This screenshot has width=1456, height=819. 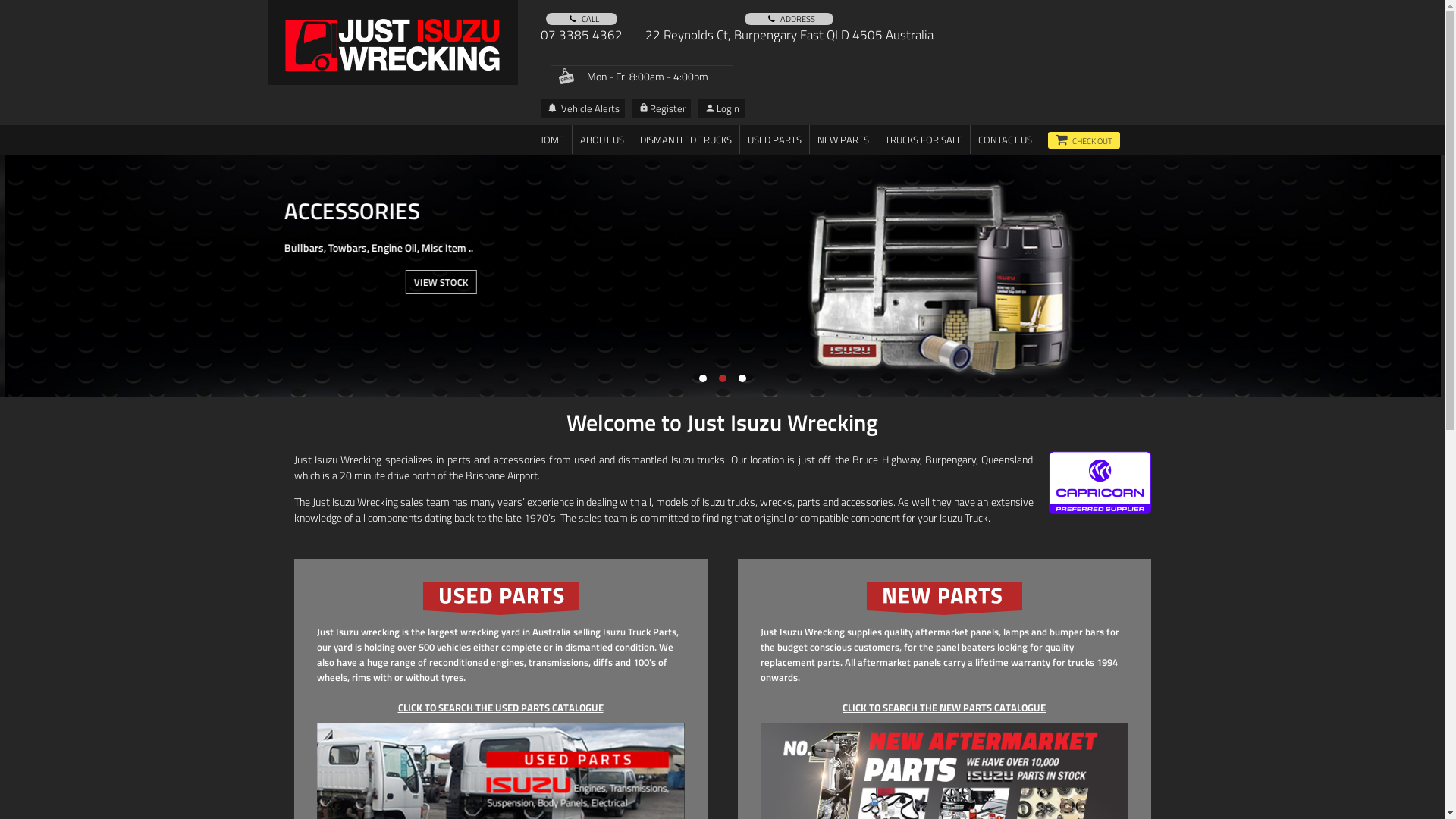 What do you see at coordinates (1005, 140) in the screenshot?
I see `'CONTACT US'` at bounding box center [1005, 140].